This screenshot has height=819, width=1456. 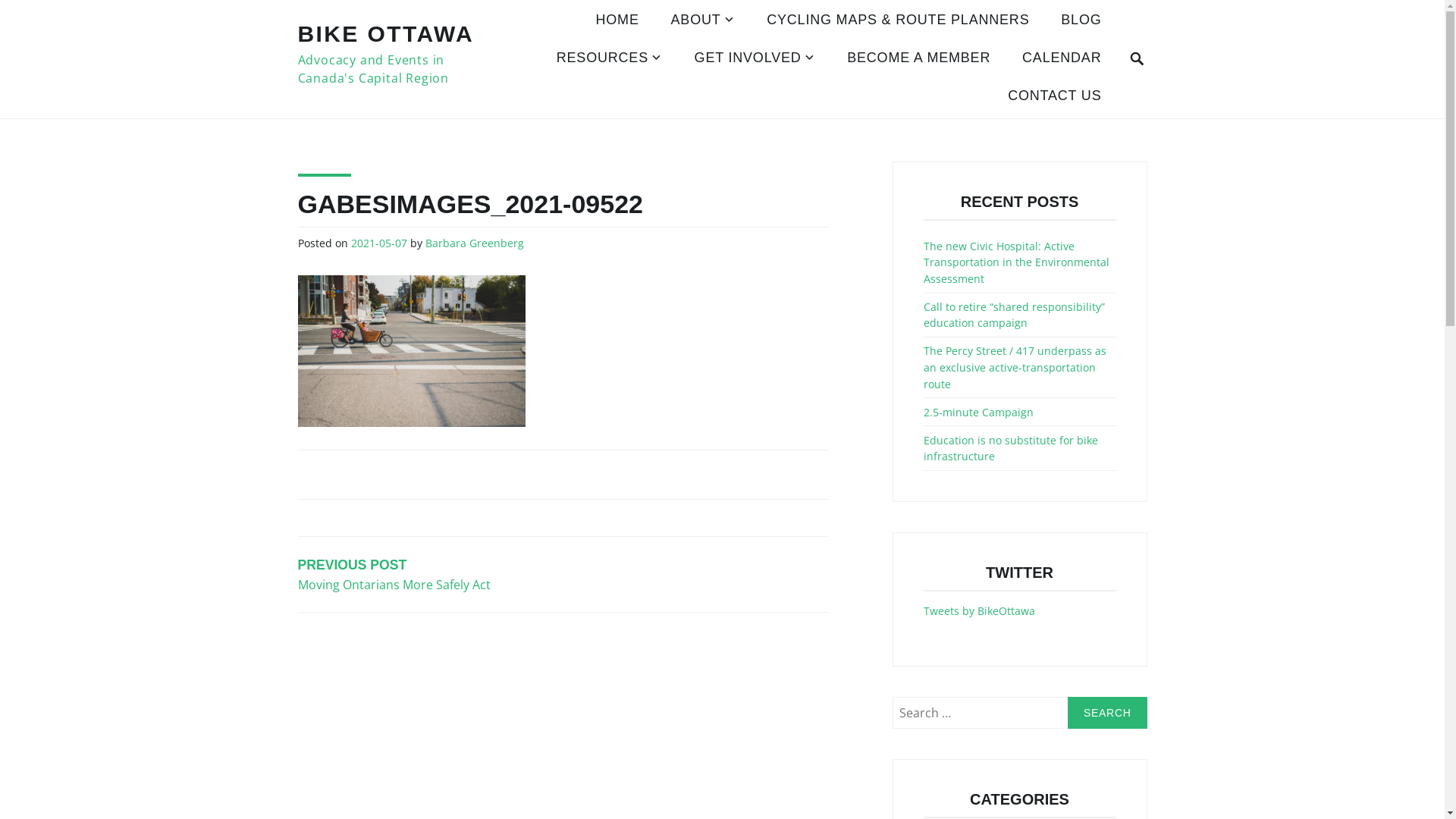 What do you see at coordinates (1053, 96) in the screenshot?
I see `'CONTACT US'` at bounding box center [1053, 96].